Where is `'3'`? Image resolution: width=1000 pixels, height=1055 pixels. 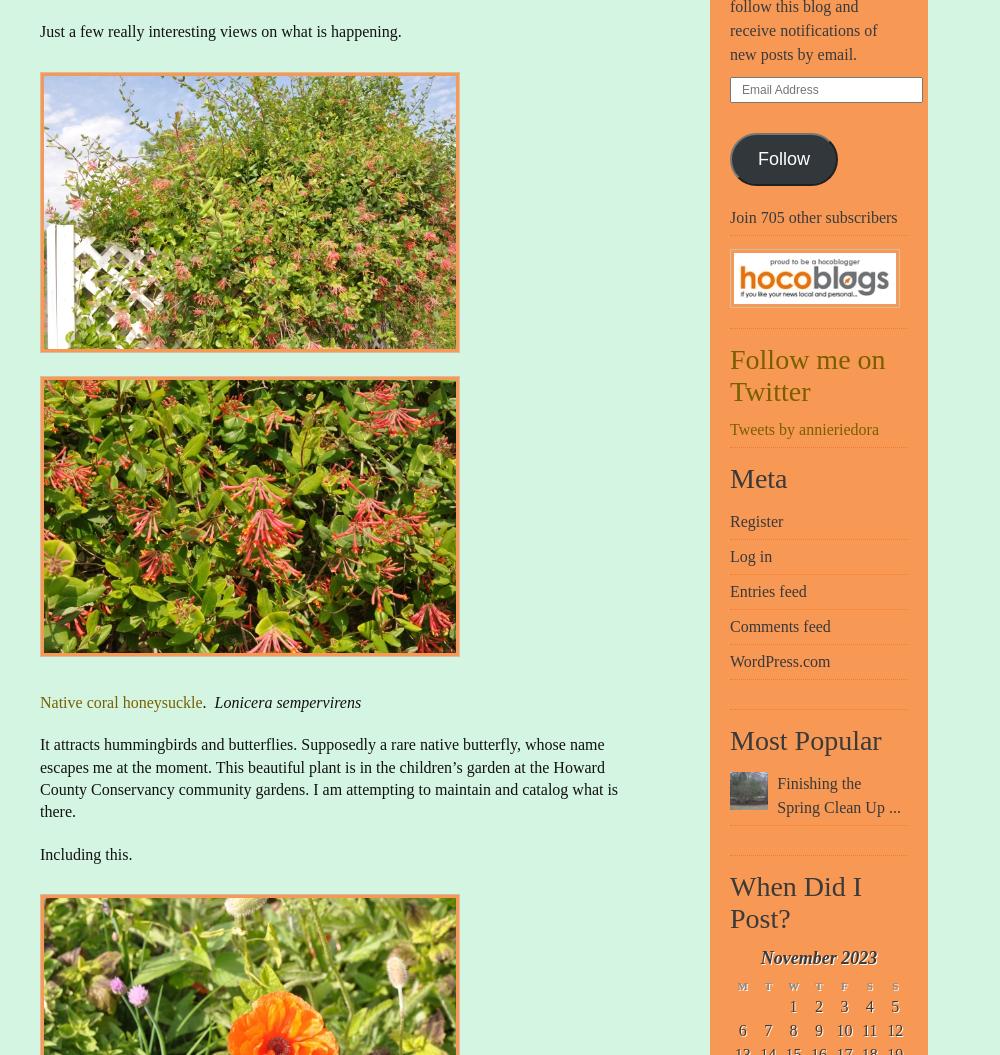 '3' is located at coordinates (843, 1004).